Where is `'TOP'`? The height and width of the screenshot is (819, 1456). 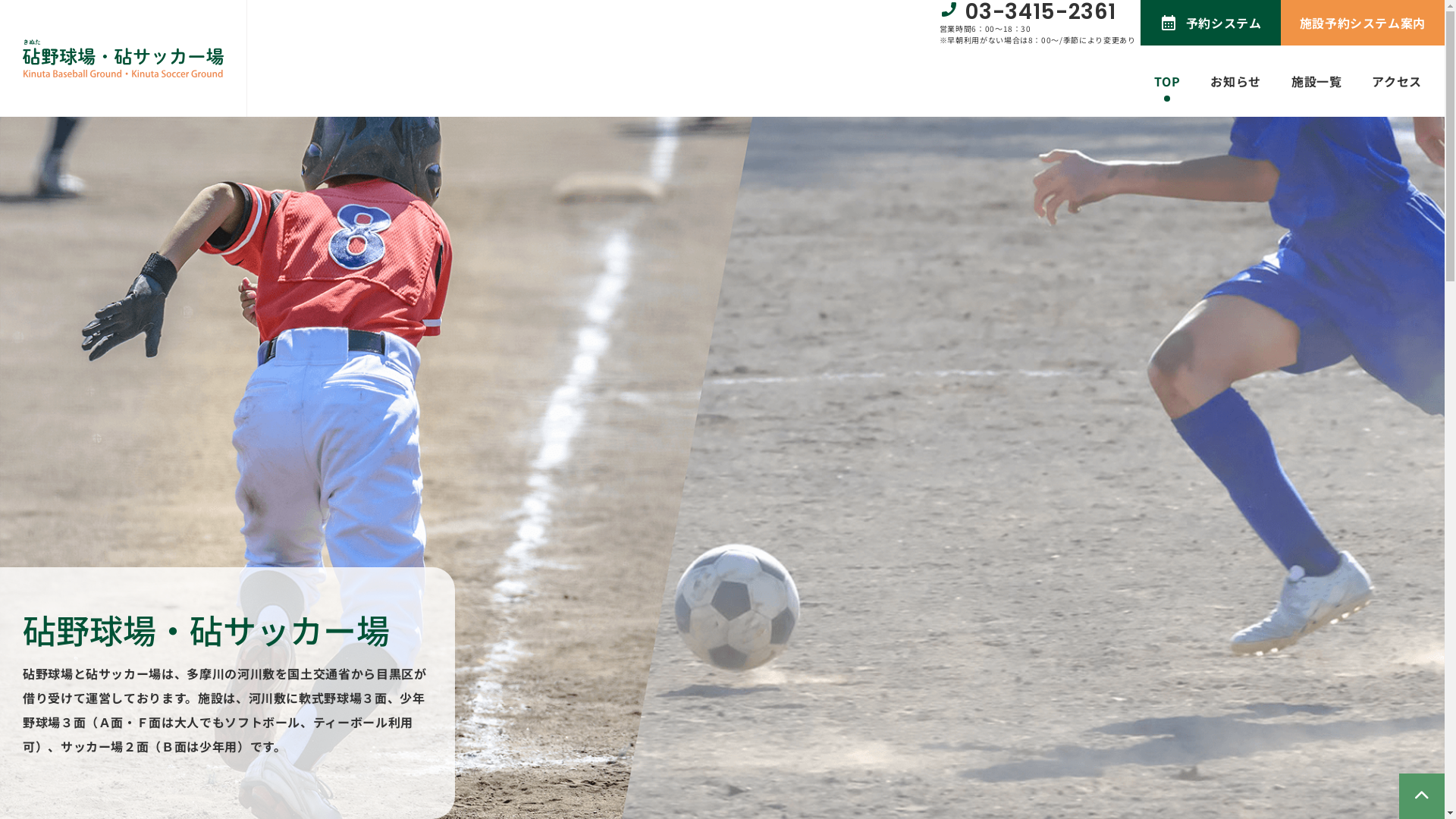 'TOP' is located at coordinates (1166, 81).